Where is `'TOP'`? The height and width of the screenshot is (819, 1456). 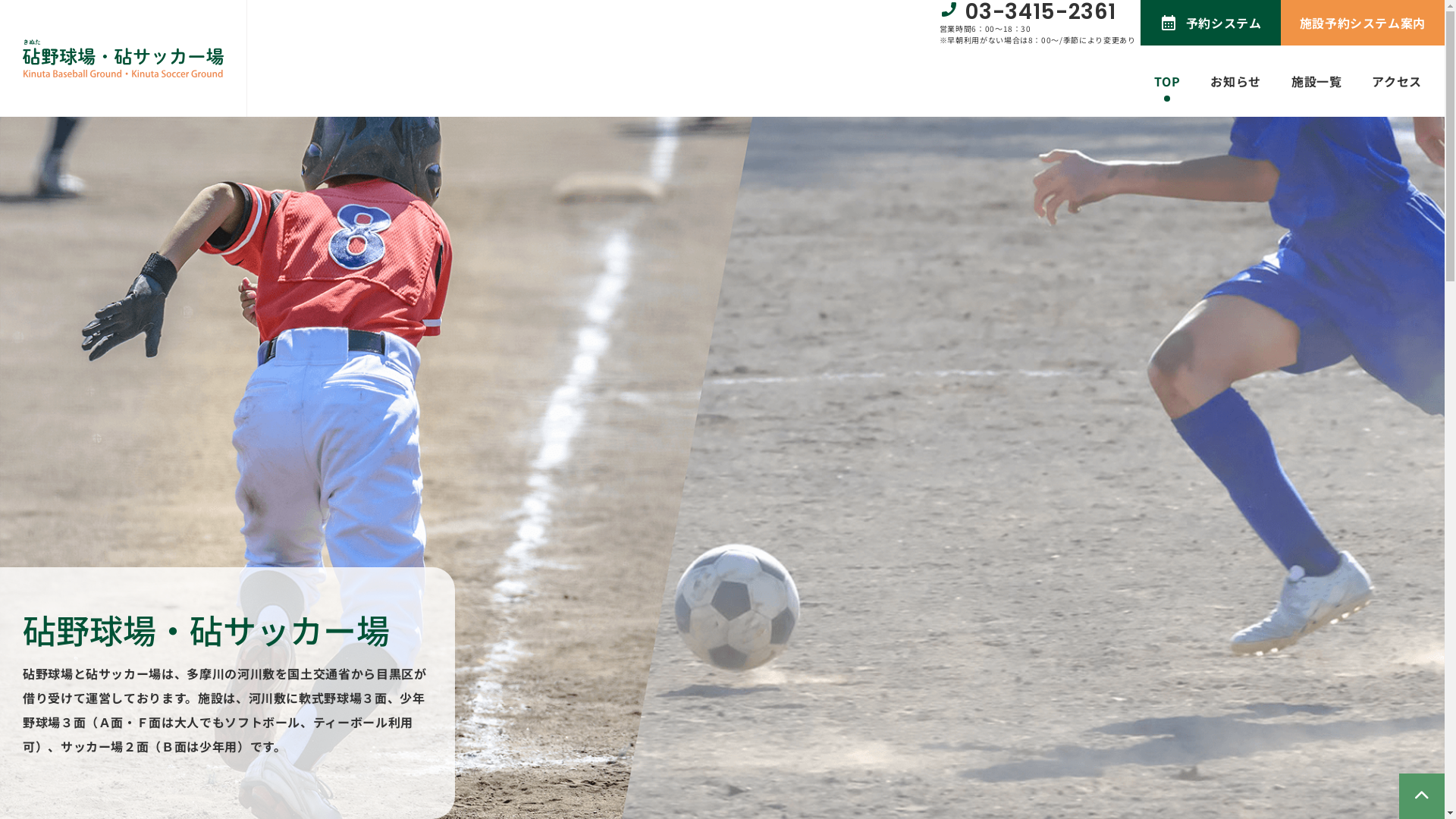 'TOP' is located at coordinates (1166, 81).